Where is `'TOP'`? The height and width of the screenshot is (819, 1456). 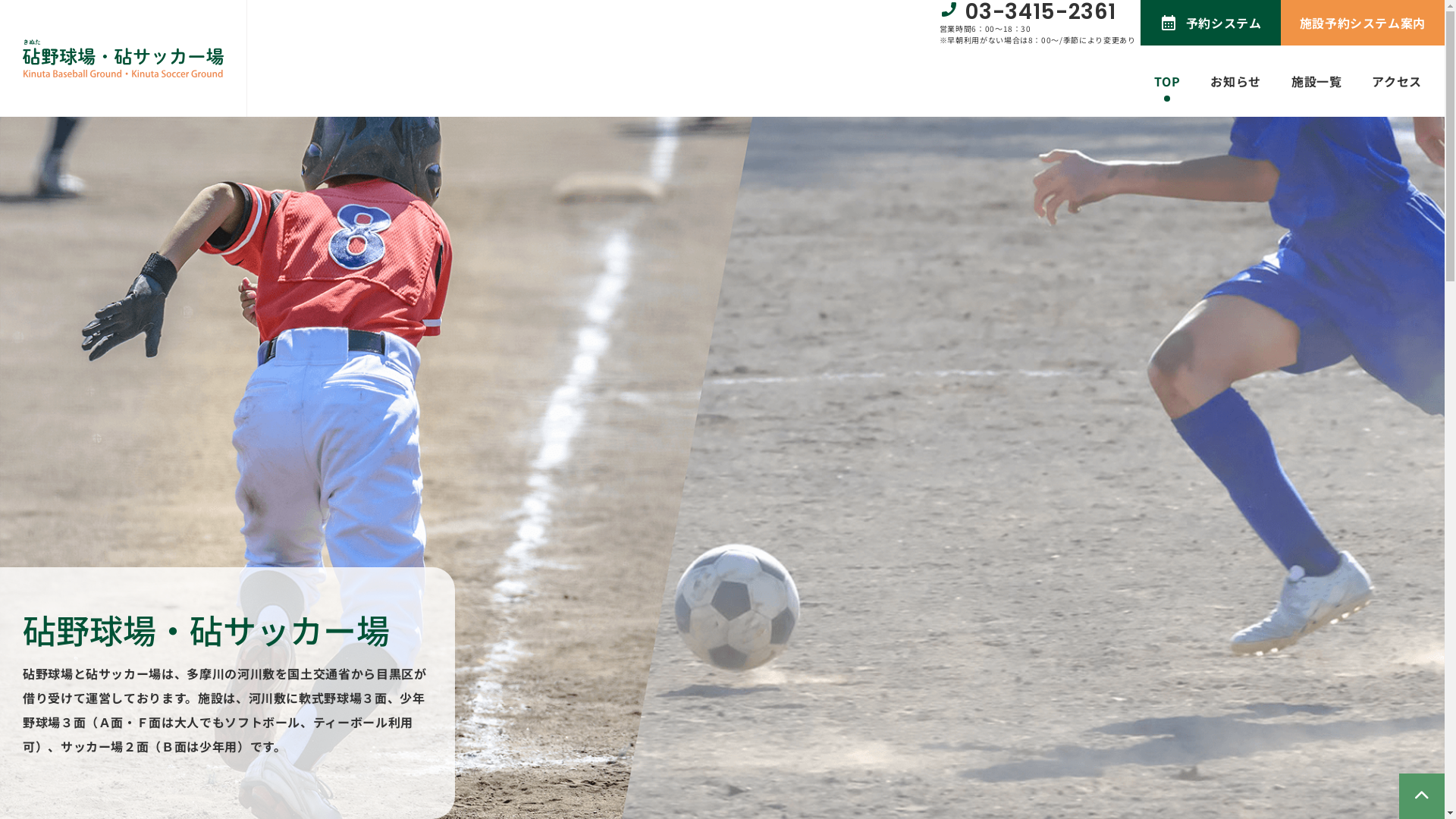 'TOP' is located at coordinates (1166, 81).